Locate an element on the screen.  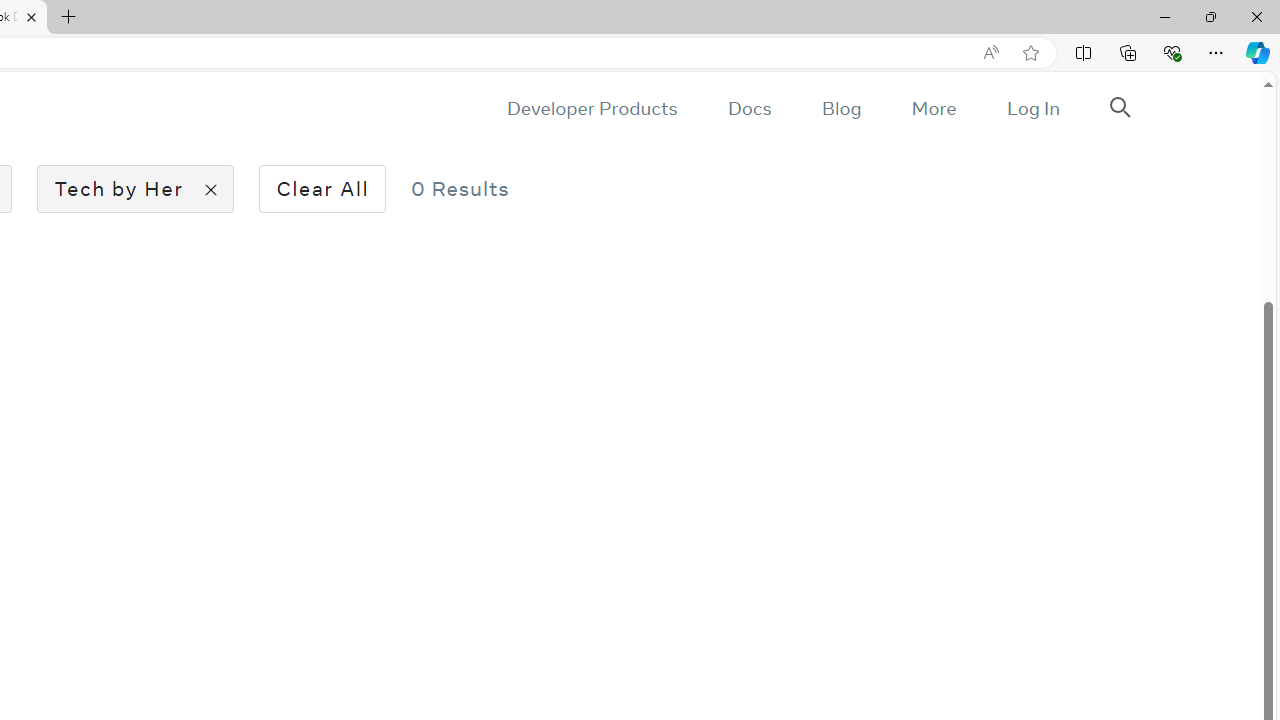
'Log In' is located at coordinates (1032, 108).